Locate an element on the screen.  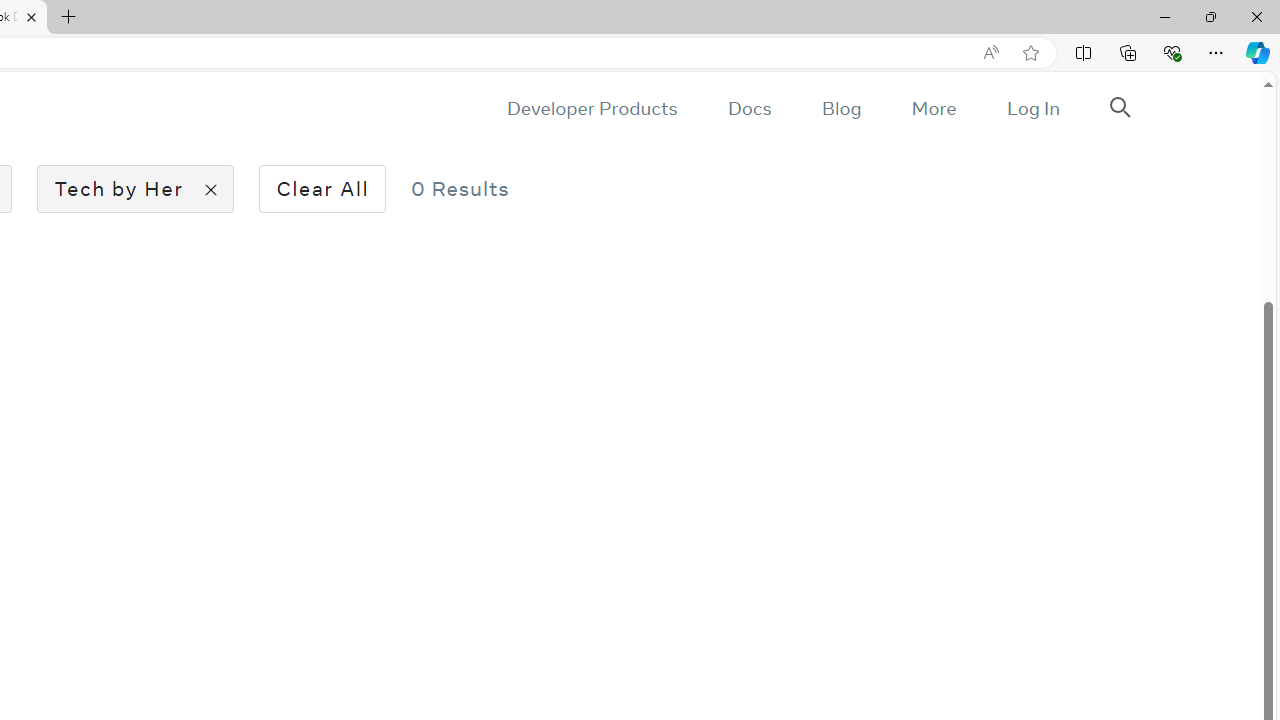
'Log In' is located at coordinates (1032, 108).